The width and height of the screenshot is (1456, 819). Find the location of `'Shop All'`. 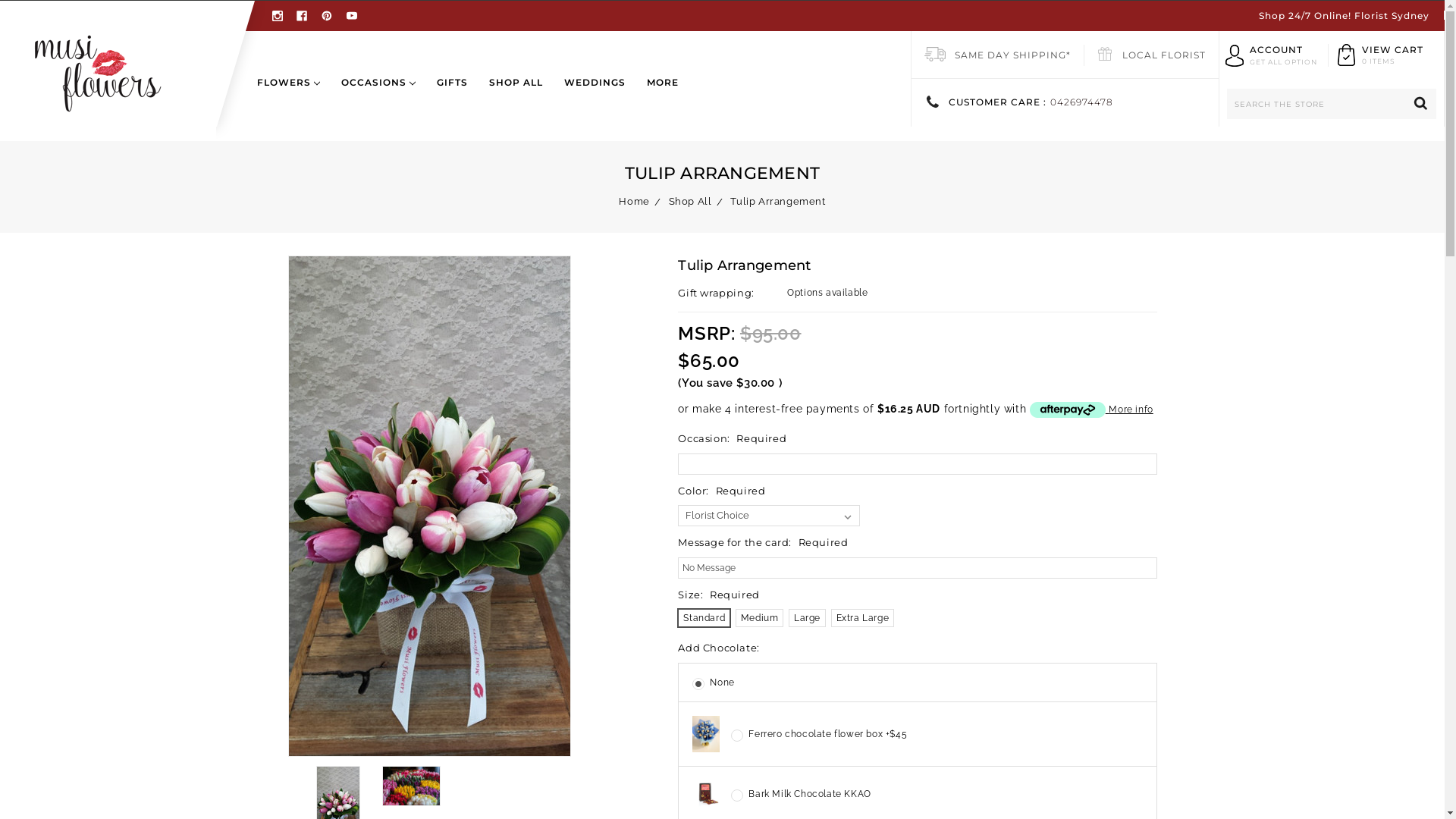

'Shop All' is located at coordinates (689, 200).